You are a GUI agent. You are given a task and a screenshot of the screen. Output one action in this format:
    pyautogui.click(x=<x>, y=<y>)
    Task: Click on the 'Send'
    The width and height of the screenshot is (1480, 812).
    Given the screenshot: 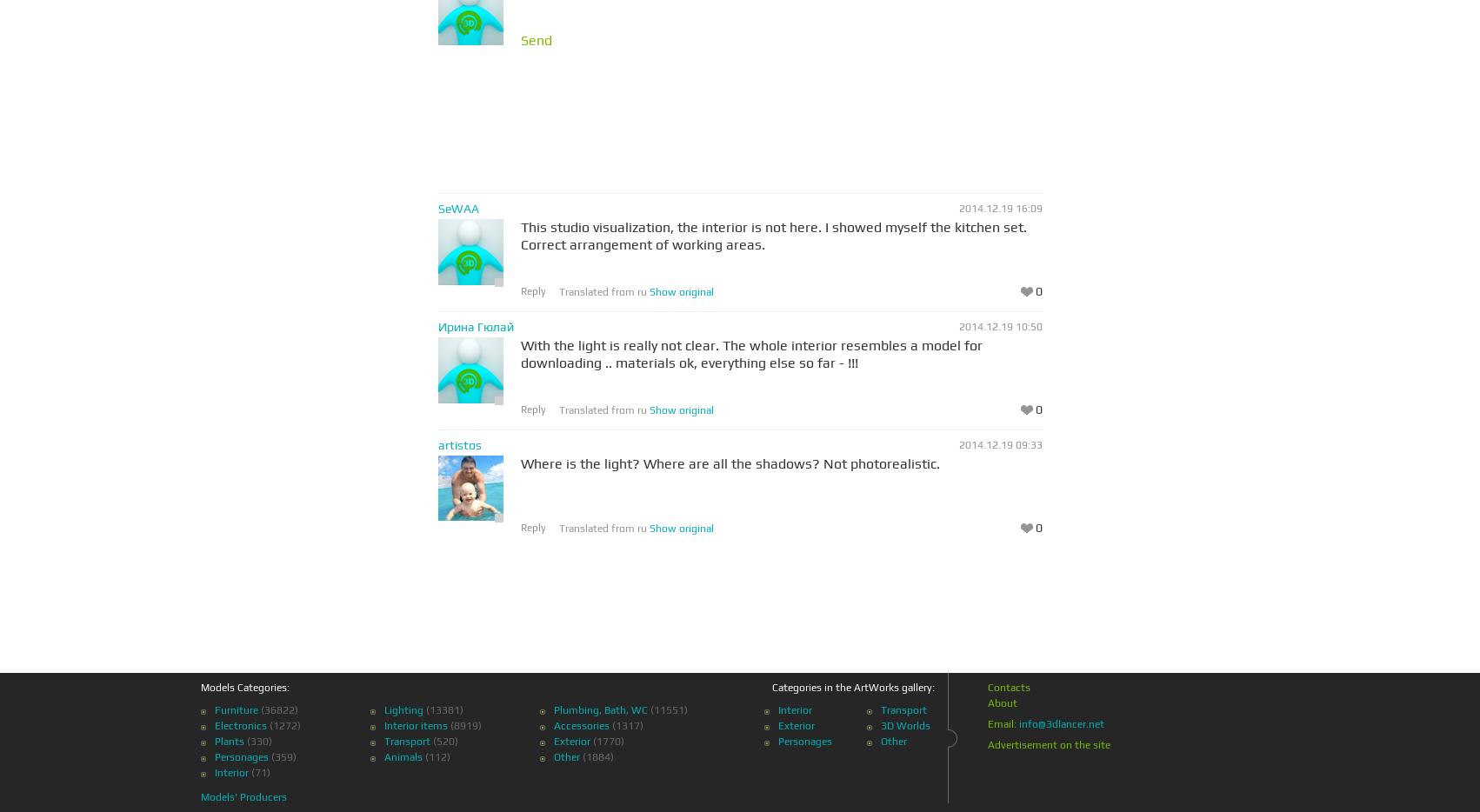 What is the action you would take?
    pyautogui.click(x=535, y=39)
    